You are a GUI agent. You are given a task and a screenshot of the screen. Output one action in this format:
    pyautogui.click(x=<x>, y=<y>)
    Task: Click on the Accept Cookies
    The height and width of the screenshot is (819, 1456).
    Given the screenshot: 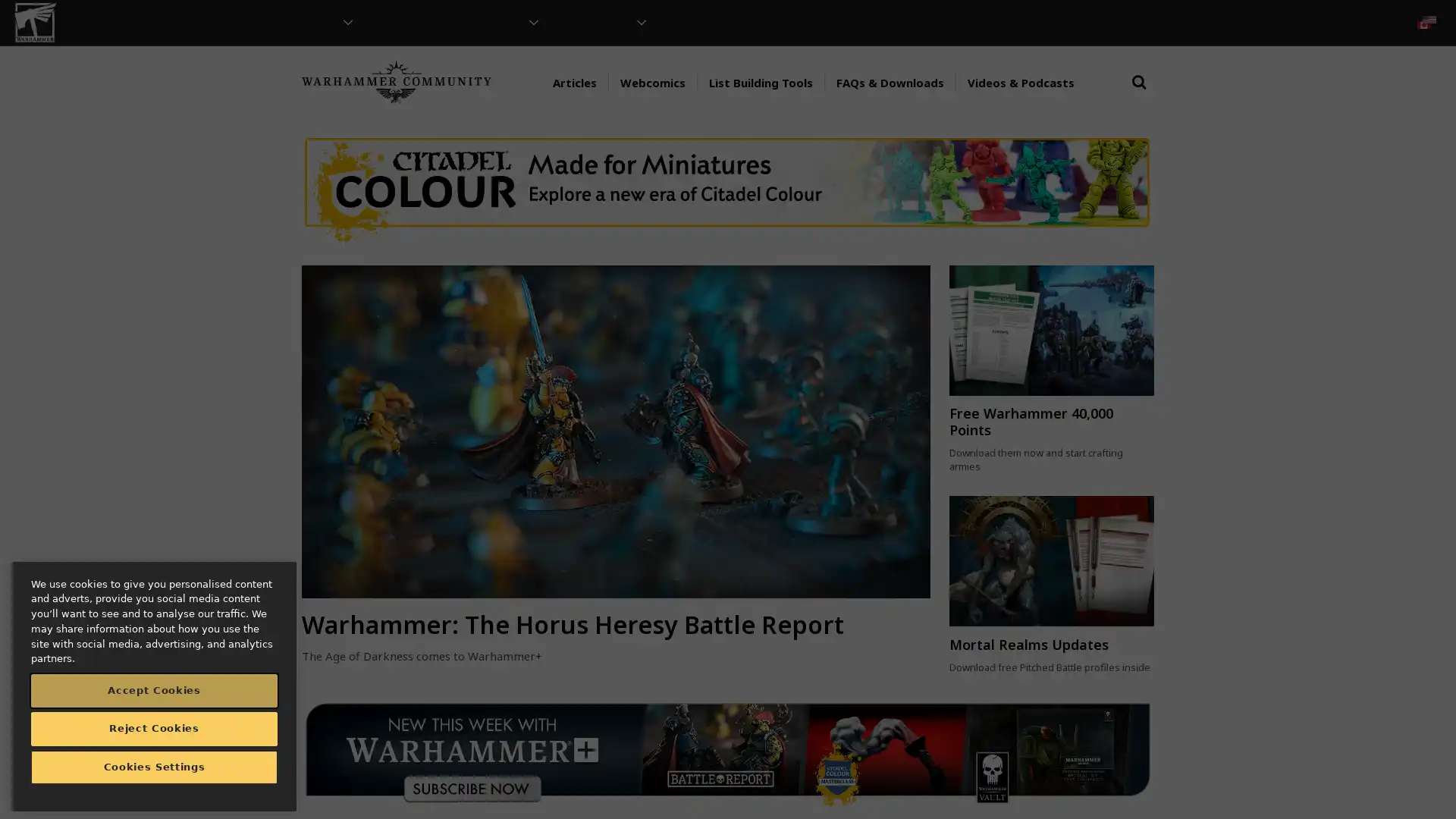 What is the action you would take?
    pyautogui.click(x=154, y=690)
    